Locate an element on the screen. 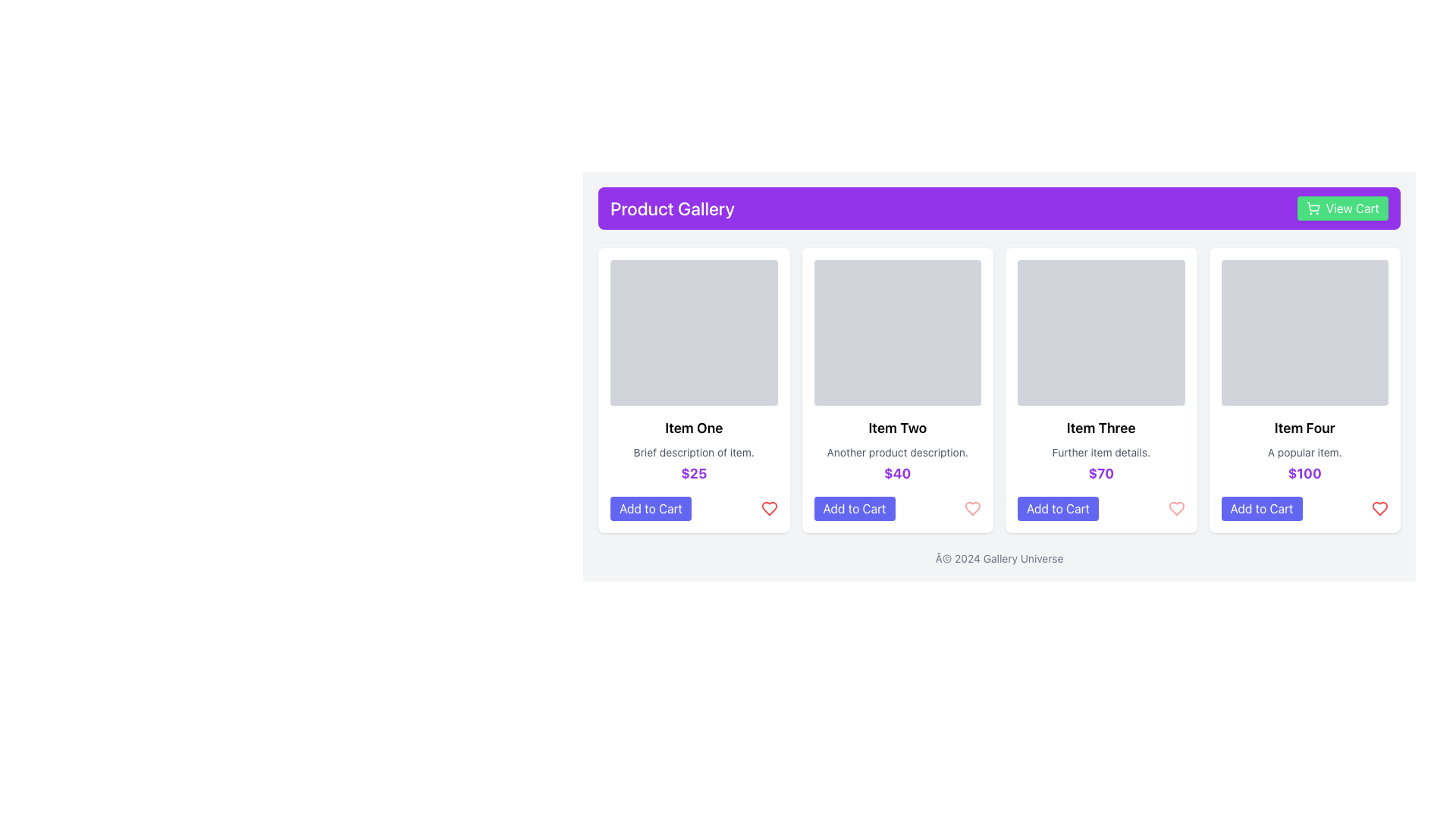 This screenshot has height=819, width=1456. the Text Label displaying 'Item Three', which is located within the third card in a grid layout, positioned below the image area and above the descriptive text 'Further item details.' is located at coordinates (1101, 428).